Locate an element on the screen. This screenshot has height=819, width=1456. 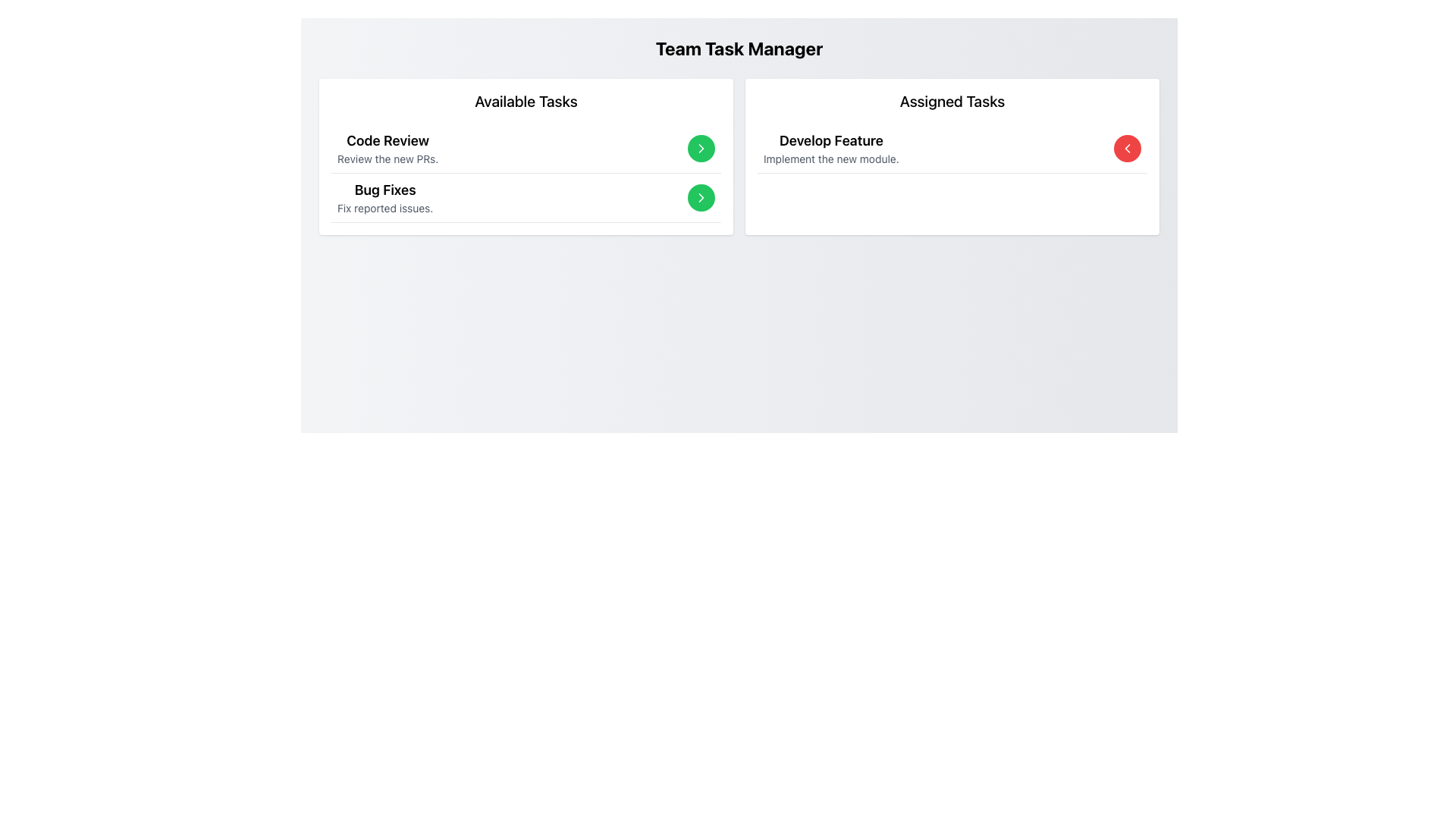
the text block titled 'Code Review' which features a bold title and a lighter subtitle, located in the left card titled 'Available Tasks' is located at coordinates (388, 149).